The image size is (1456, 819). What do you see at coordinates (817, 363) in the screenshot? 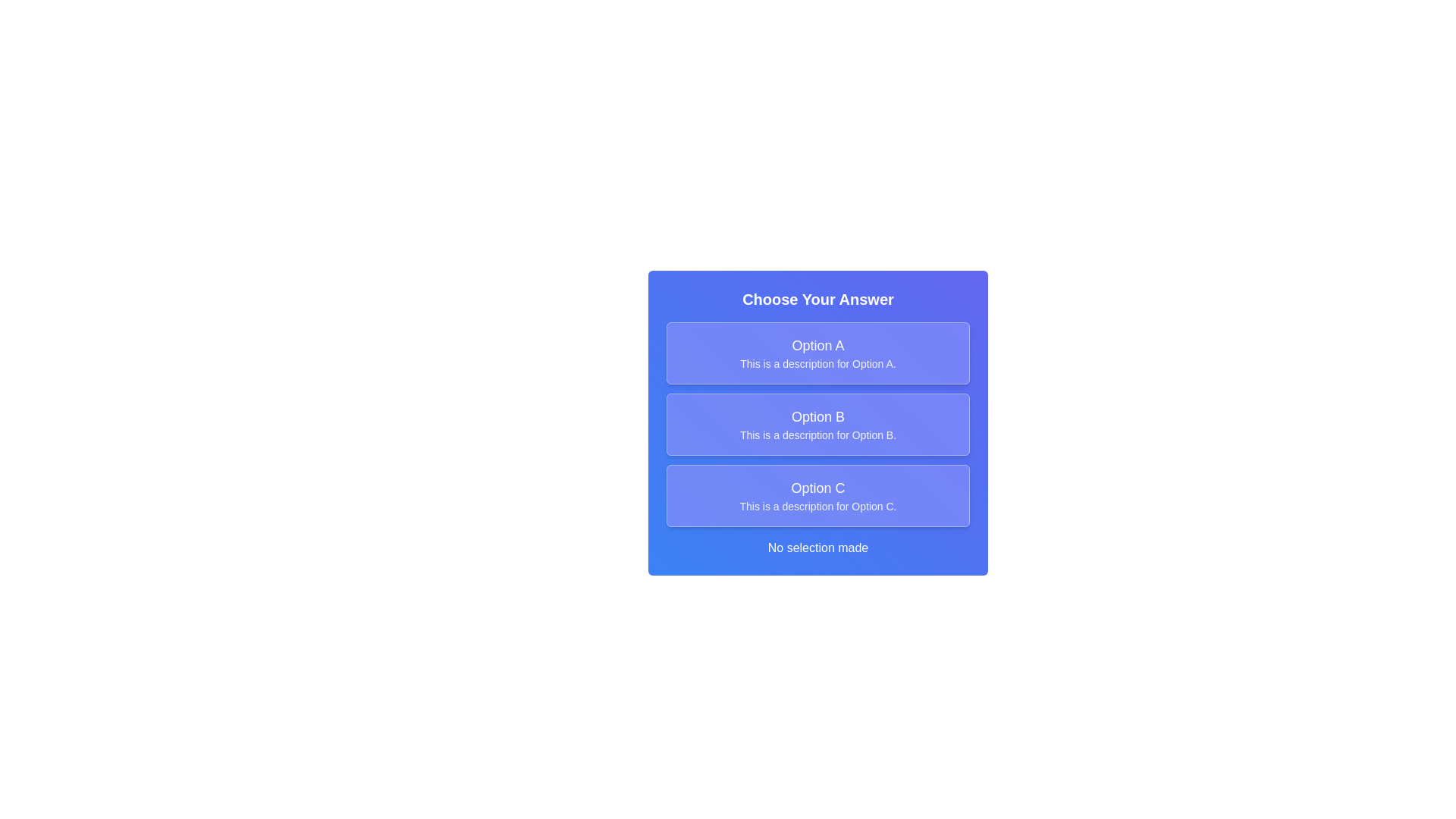
I see `text label that provides additional information about 'Option A', which is positioned directly beneath it in the selection menu` at bounding box center [817, 363].